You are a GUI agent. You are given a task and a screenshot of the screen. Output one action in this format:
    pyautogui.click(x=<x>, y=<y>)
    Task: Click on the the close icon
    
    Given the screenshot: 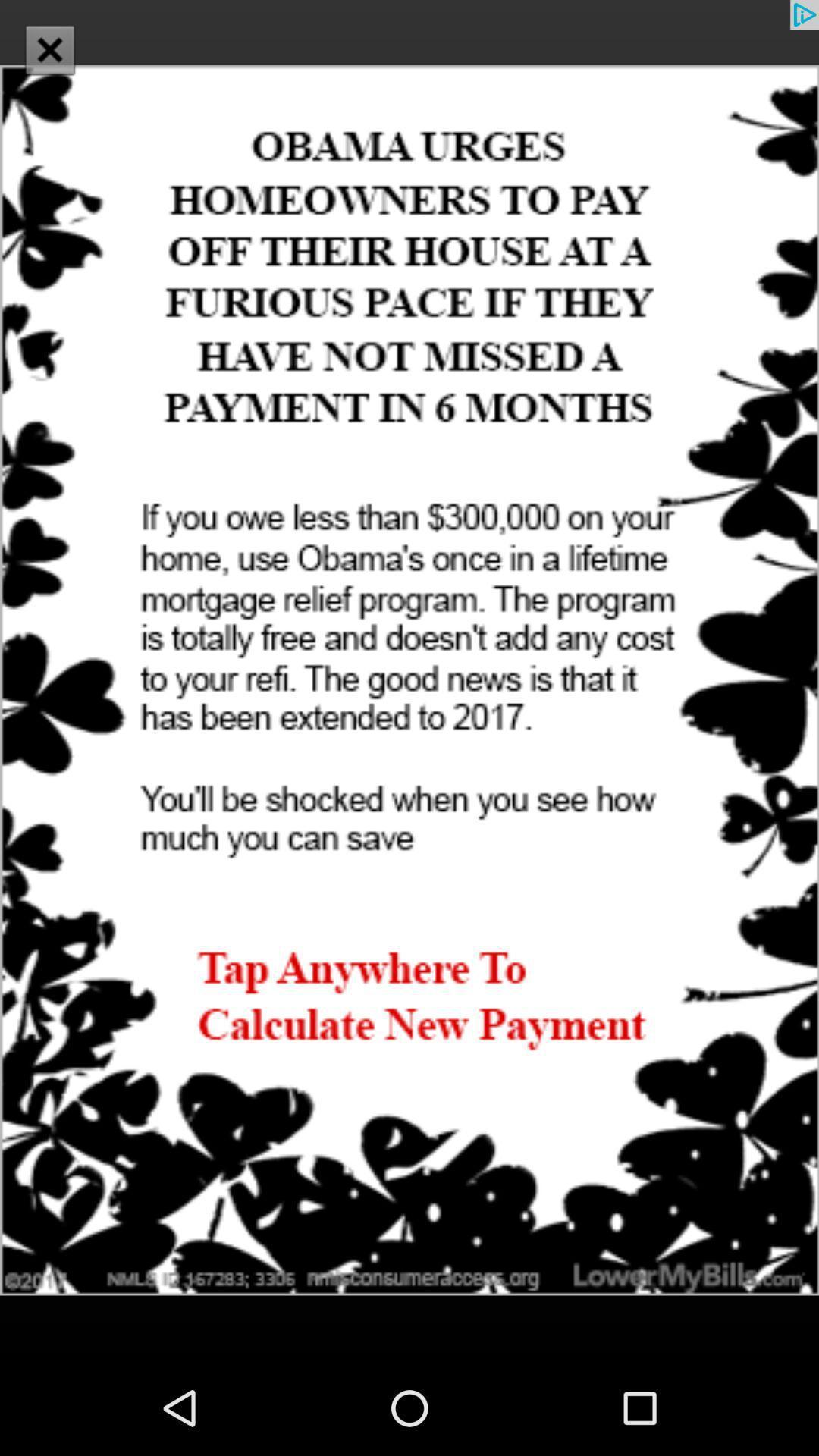 What is the action you would take?
    pyautogui.click(x=49, y=53)
    